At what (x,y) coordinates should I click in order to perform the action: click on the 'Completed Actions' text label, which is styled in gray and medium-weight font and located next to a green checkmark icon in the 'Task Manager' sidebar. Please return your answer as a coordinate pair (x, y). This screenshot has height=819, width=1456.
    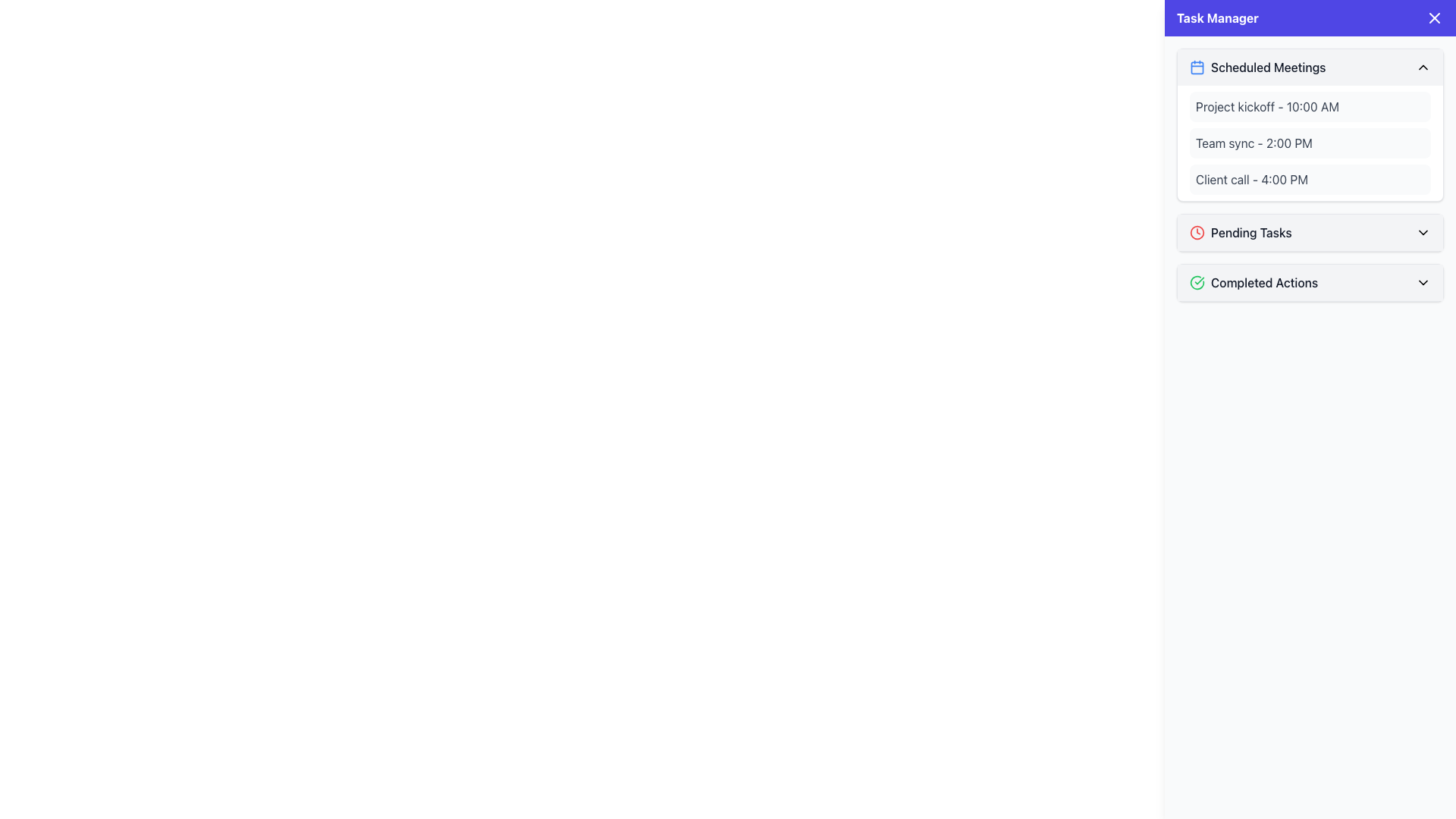
    Looking at the image, I should click on (1264, 283).